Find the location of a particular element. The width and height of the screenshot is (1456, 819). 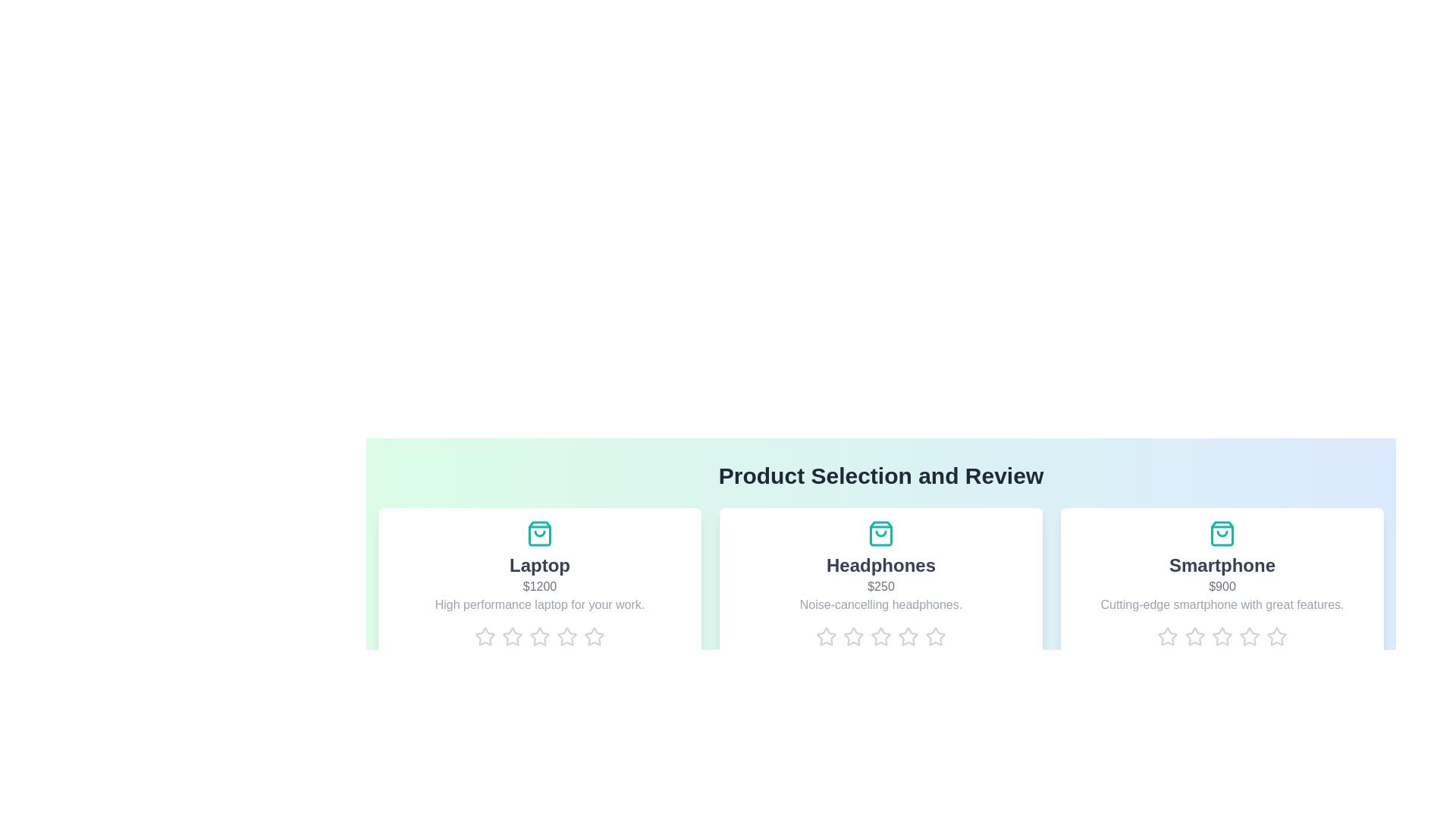

the rating for a product to 4 stars by clicking on the corresponding star icon is located at coordinates (566, 637).